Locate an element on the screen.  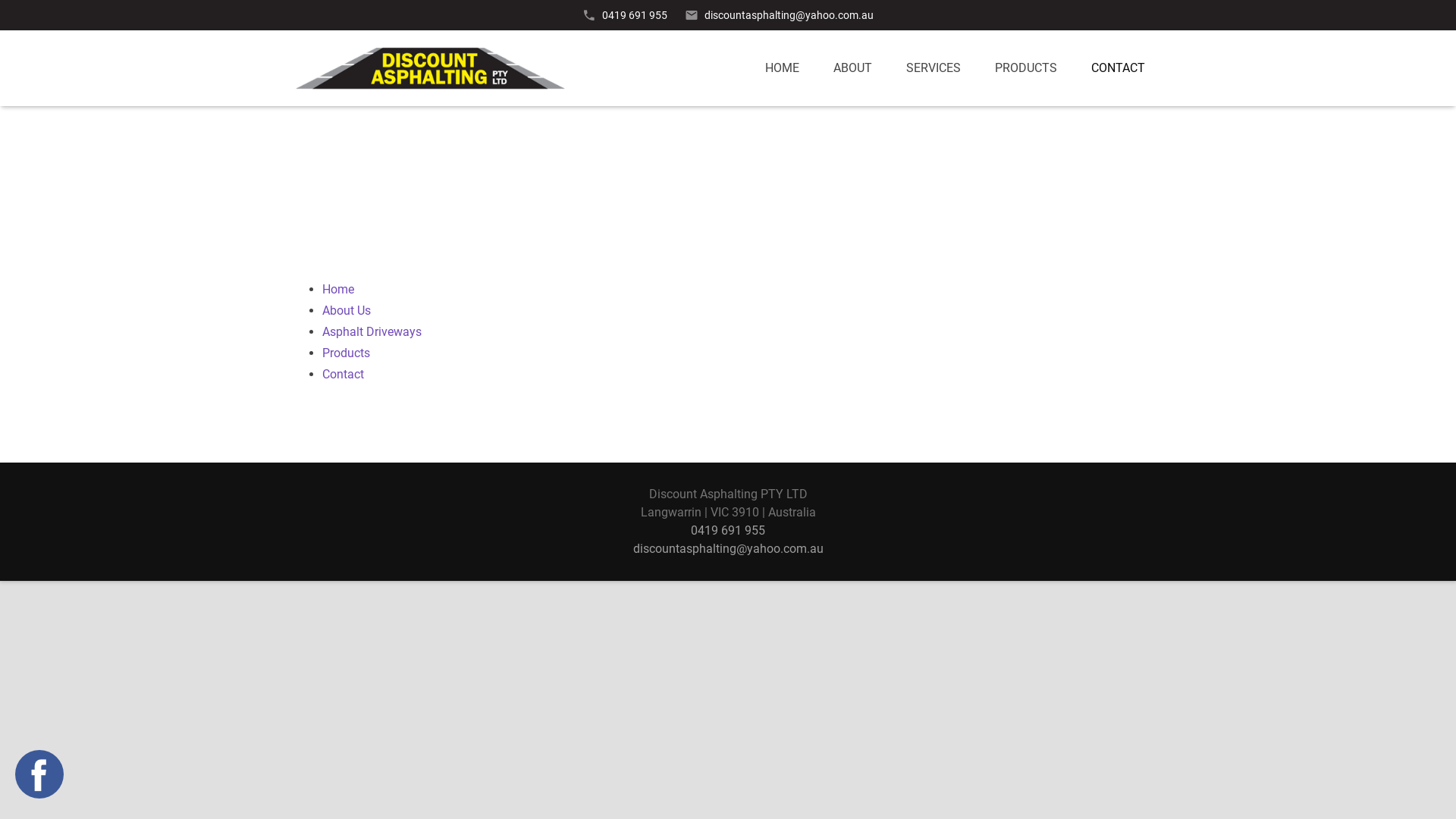
'discountasphalting@yahoo.com.au' is located at coordinates (726, 548).